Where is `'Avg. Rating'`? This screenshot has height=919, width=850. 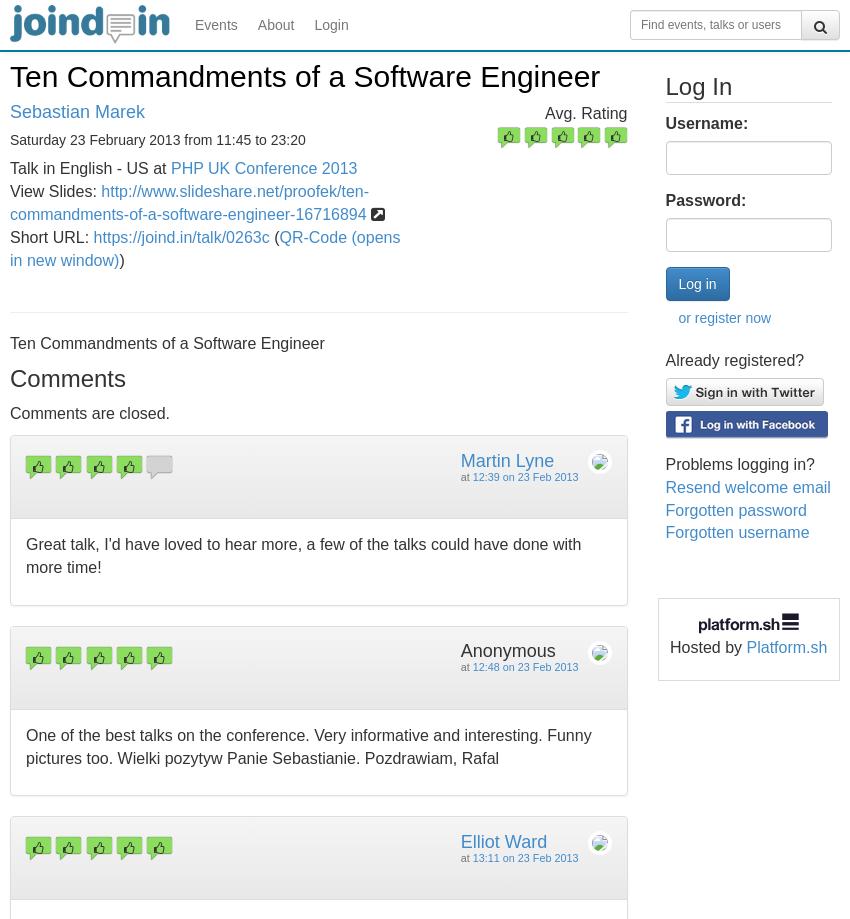 'Avg. Rating' is located at coordinates (585, 112).